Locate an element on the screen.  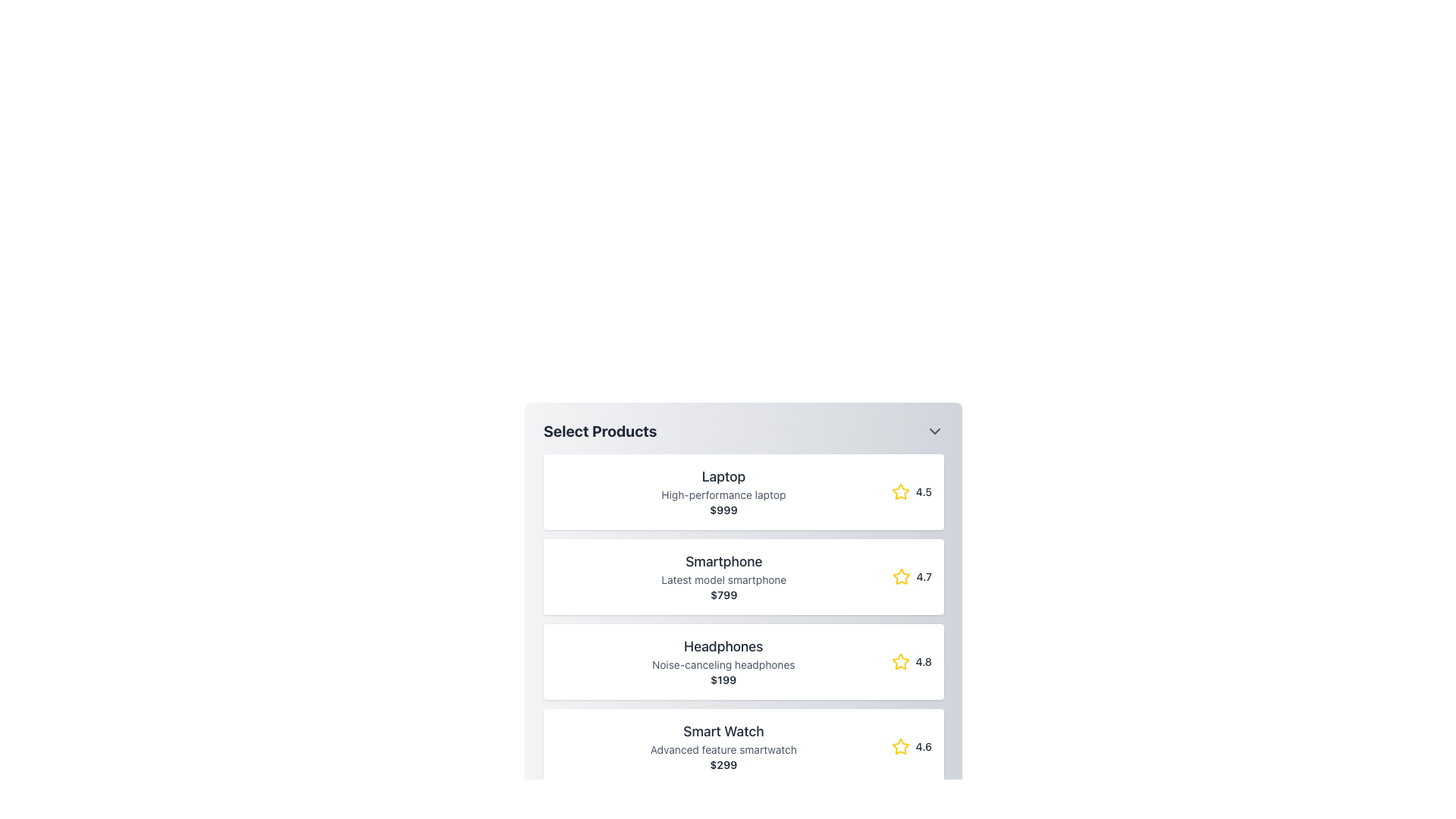
the Product Card, which is the first item in the list of product cards located below the header title 'Select Products' is located at coordinates (743, 491).